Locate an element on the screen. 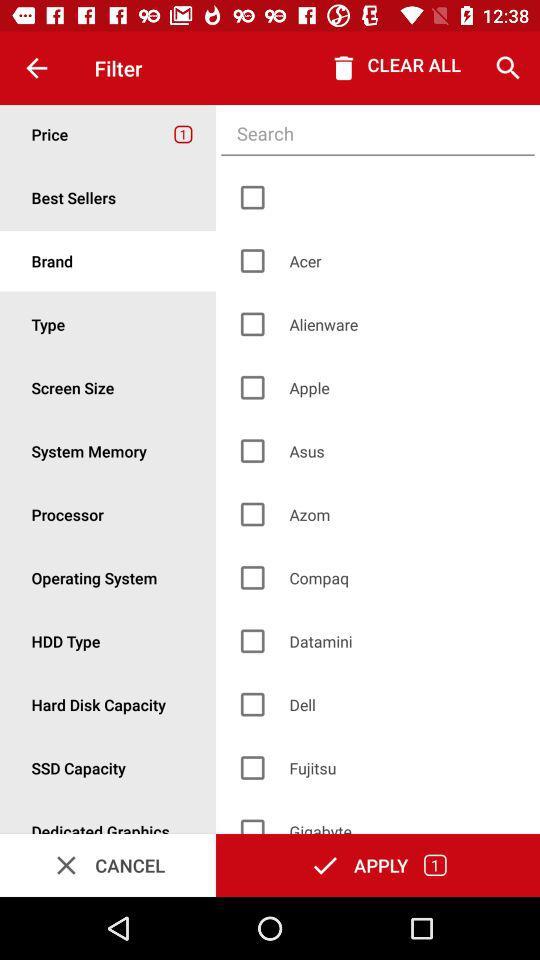 The height and width of the screenshot is (960, 540). the more icon is located at coordinates (108, 197).